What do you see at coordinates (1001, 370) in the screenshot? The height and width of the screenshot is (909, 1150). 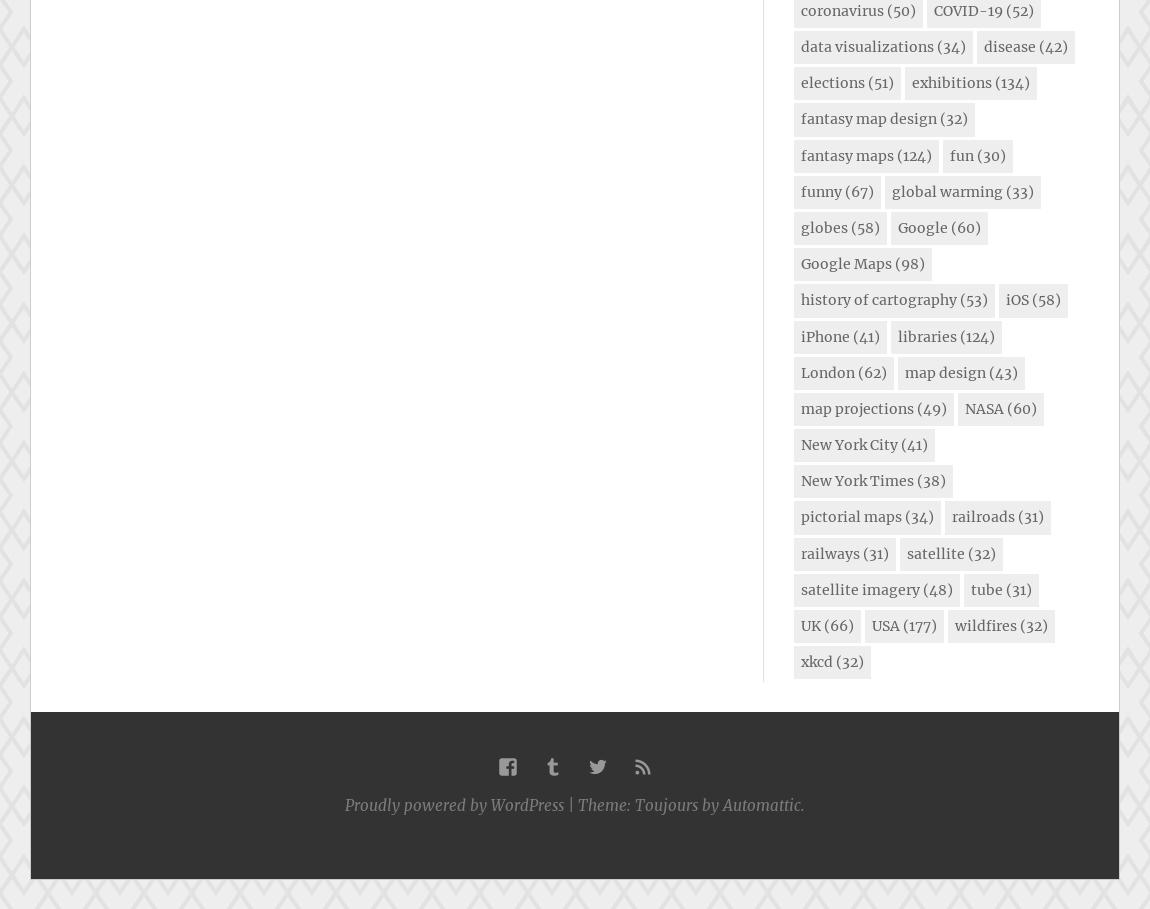 I see `'(43)'` at bounding box center [1001, 370].